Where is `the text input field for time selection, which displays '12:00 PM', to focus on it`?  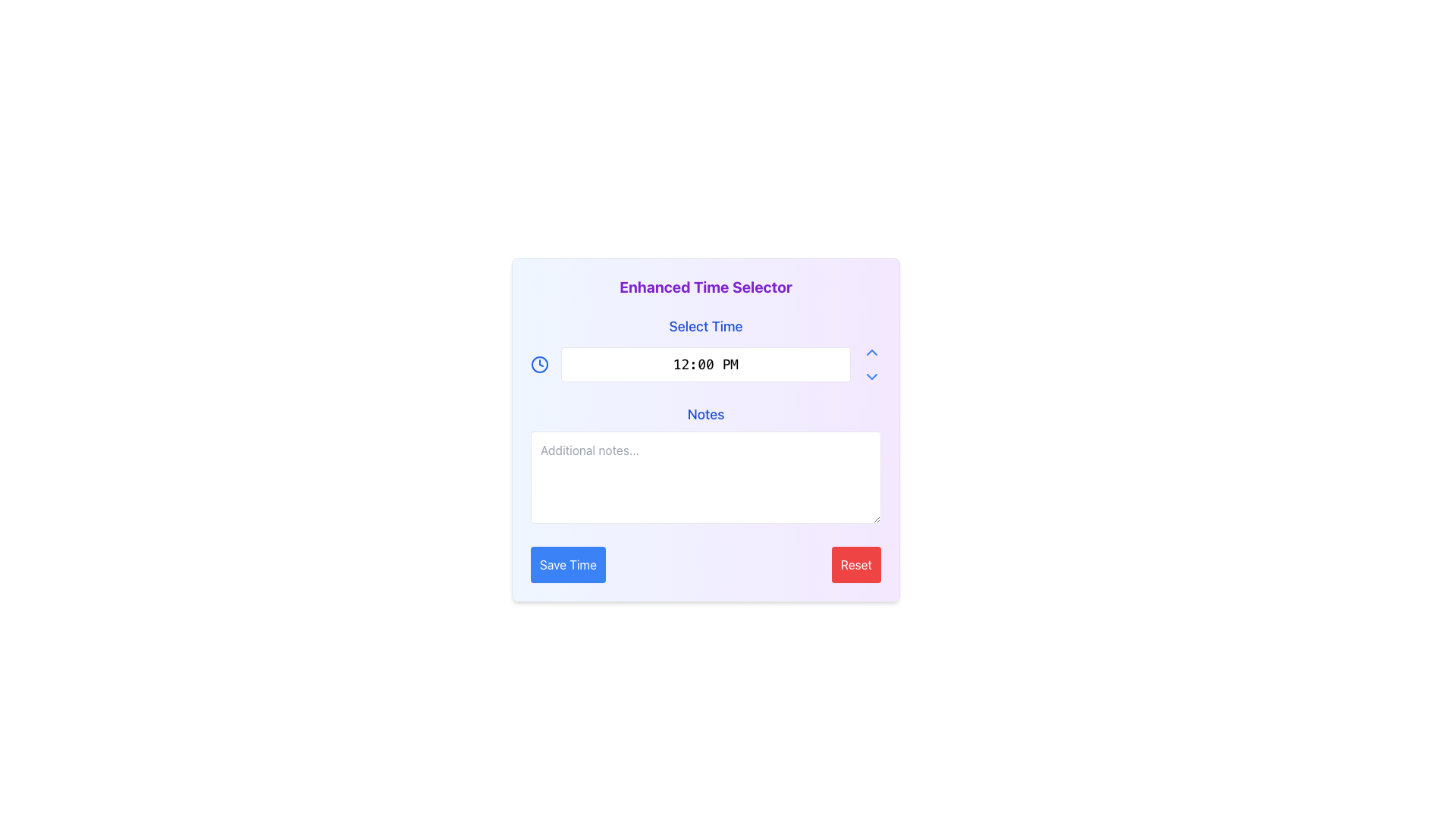
the text input field for time selection, which displays '12:00 PM', to focus on it is located at coordinates (705, 365).